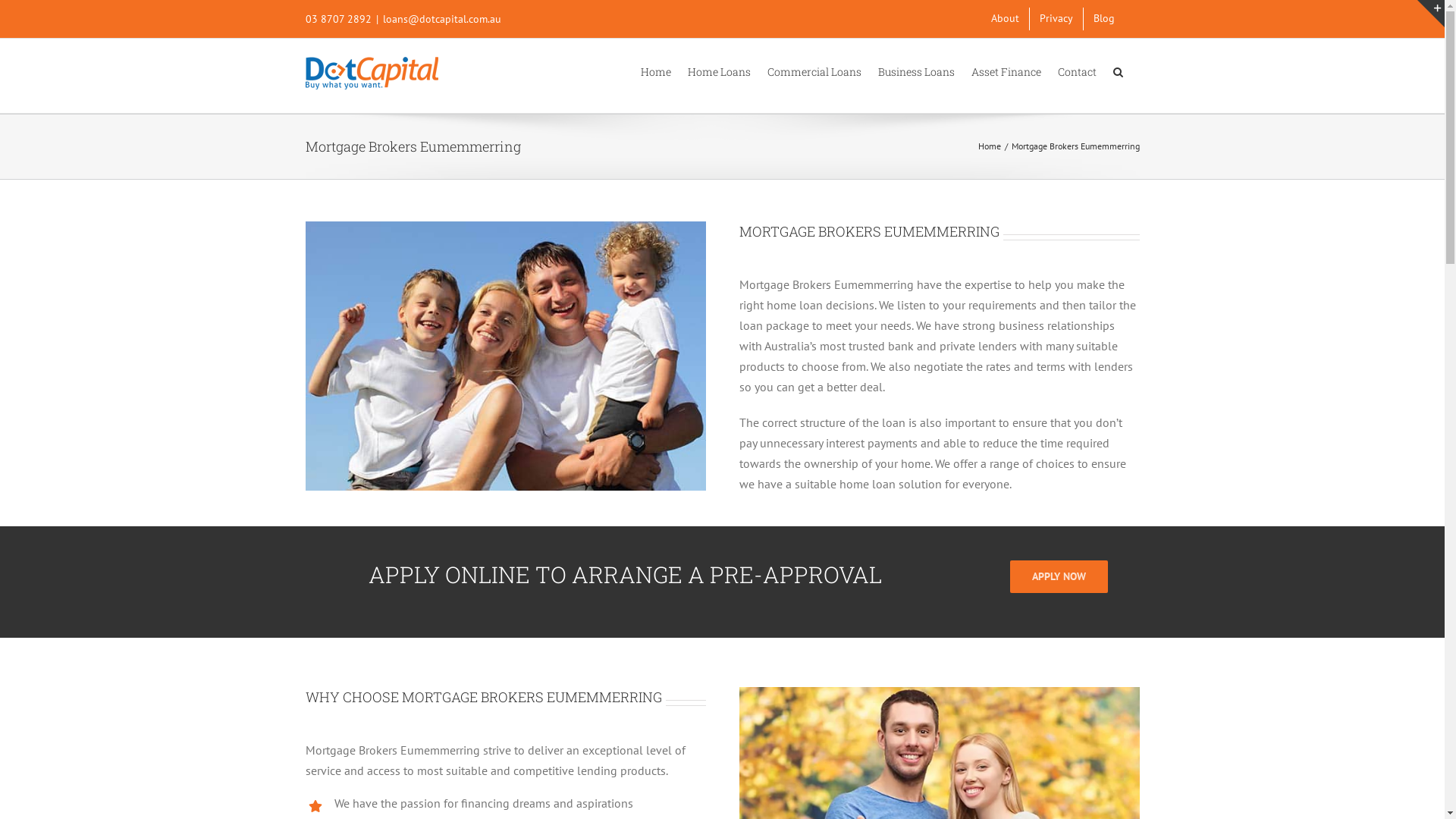 This screenshot has width=1456, height=819. What do you see at coordinates (505, 356) in the screenshot?
I see `'Mortgage Brokers Eumemmerring'` at bounding box center [505, 356].